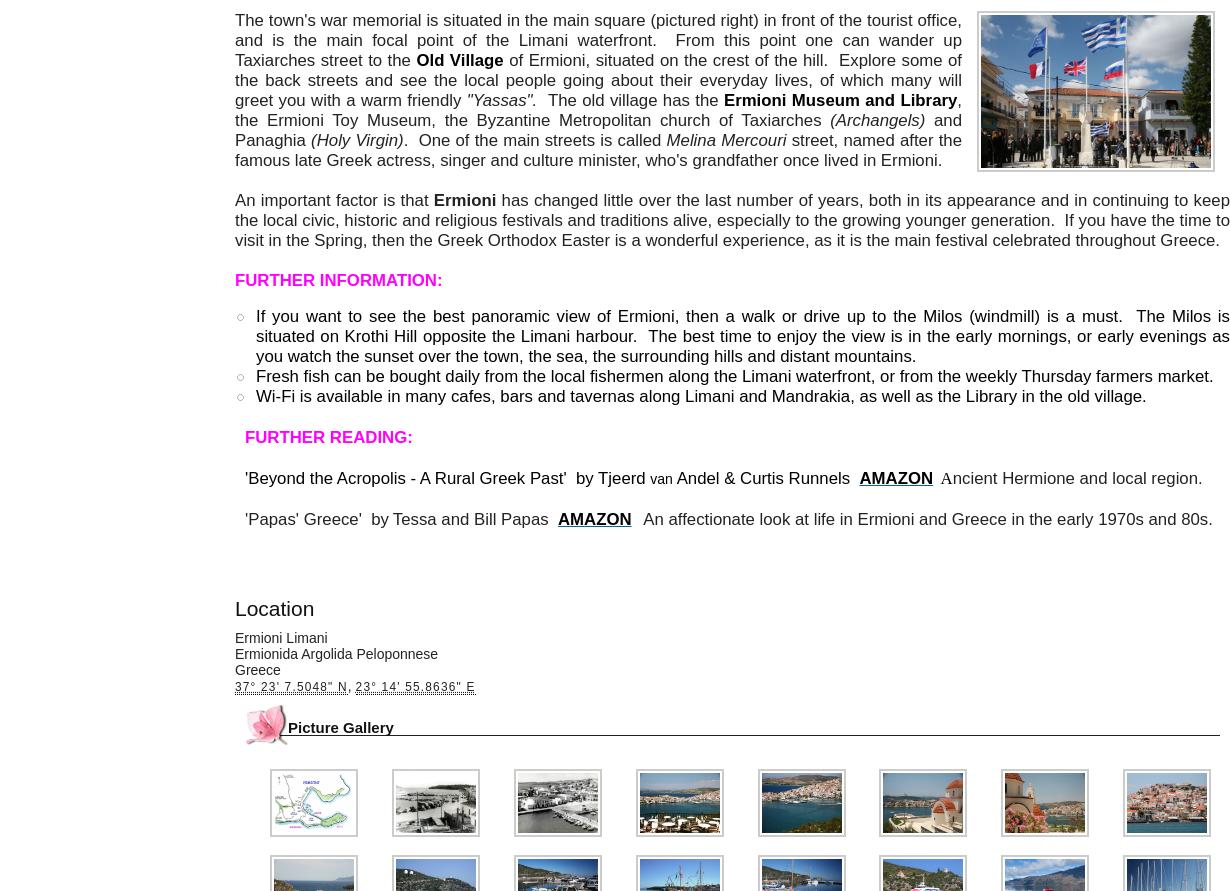 The image size is (1230, 891). I want to click on '37° 23' 7.5048" N', so click(291, 685).